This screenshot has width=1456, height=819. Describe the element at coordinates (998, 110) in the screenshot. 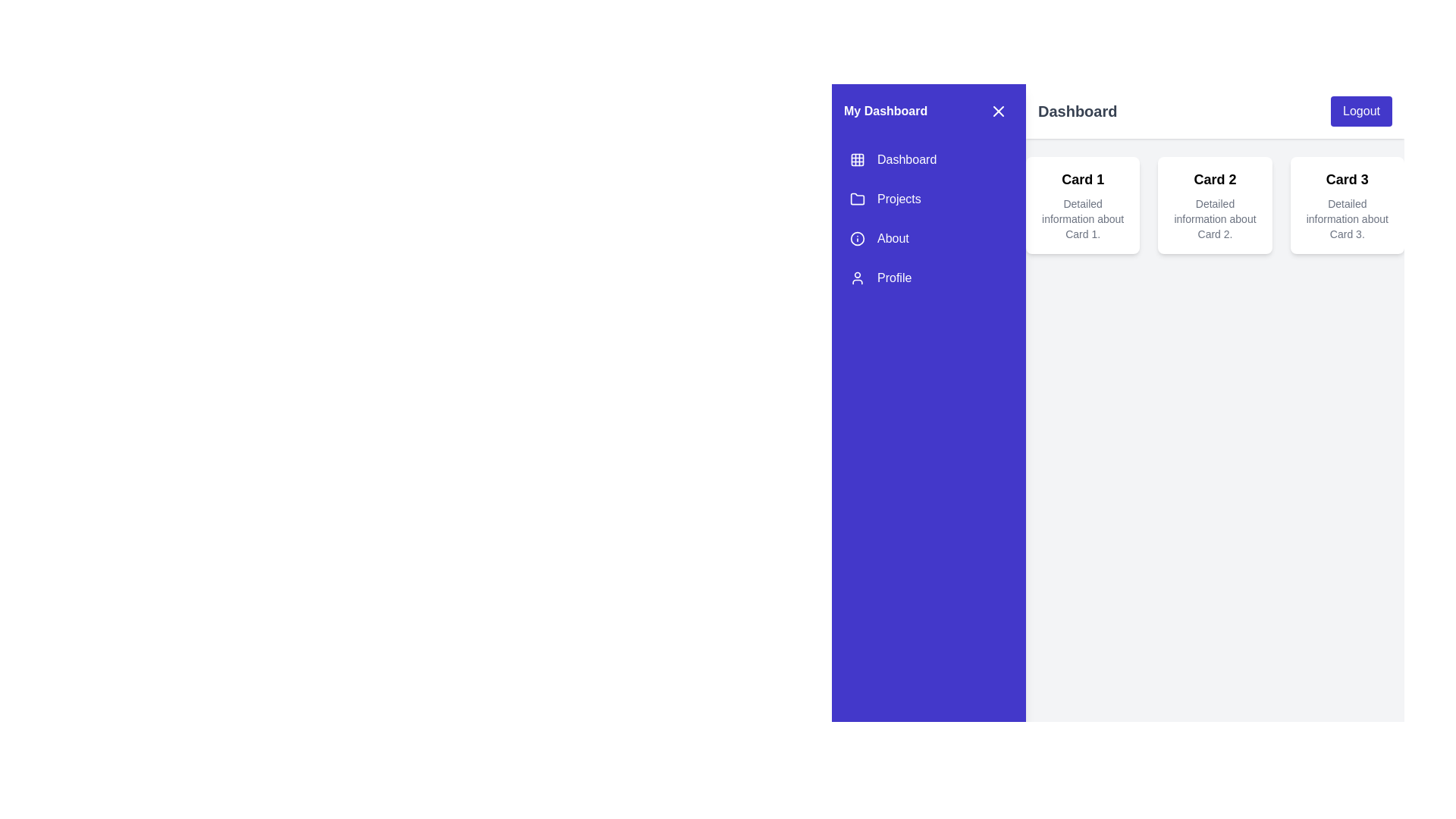

I see `the Close icon button, which is an 'X' styled with thin lines on a blue background, located near the top-right corner of the sidebar` at that location.